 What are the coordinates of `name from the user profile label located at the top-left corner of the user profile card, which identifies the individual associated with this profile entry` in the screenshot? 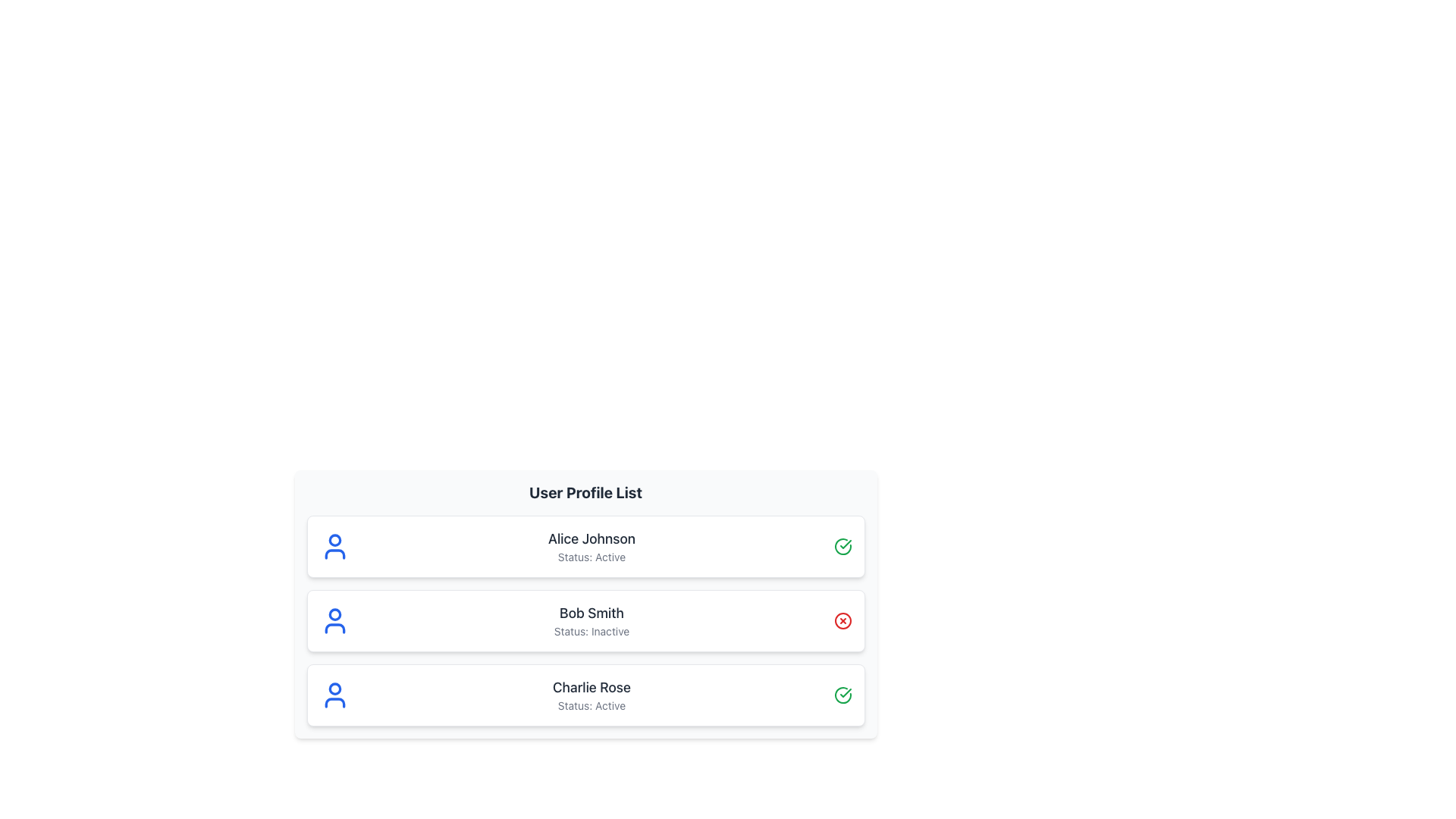 It's located at (591, 538).